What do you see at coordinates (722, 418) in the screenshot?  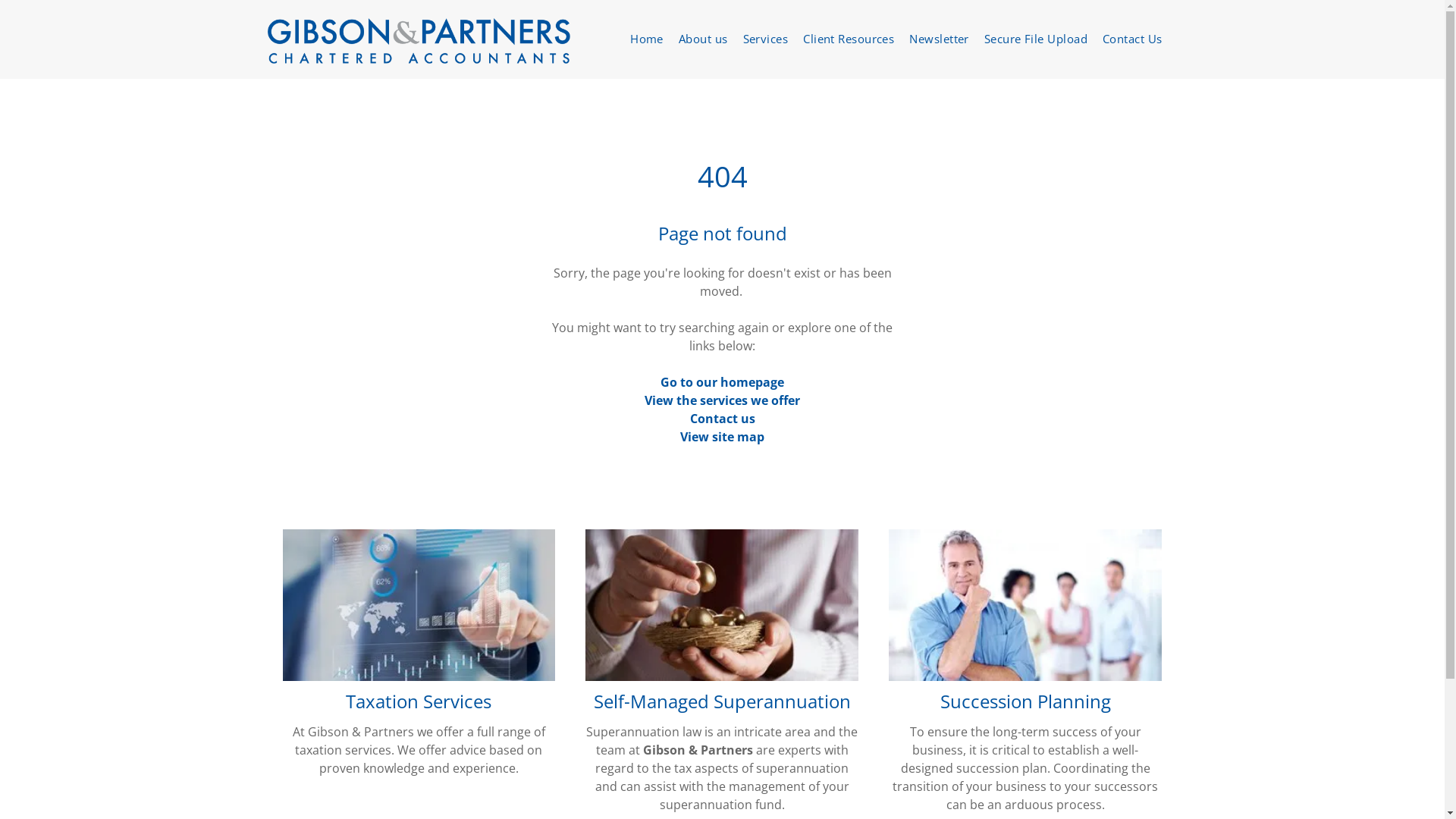 I see `'Contact us'` at bounding box center [722, 418].